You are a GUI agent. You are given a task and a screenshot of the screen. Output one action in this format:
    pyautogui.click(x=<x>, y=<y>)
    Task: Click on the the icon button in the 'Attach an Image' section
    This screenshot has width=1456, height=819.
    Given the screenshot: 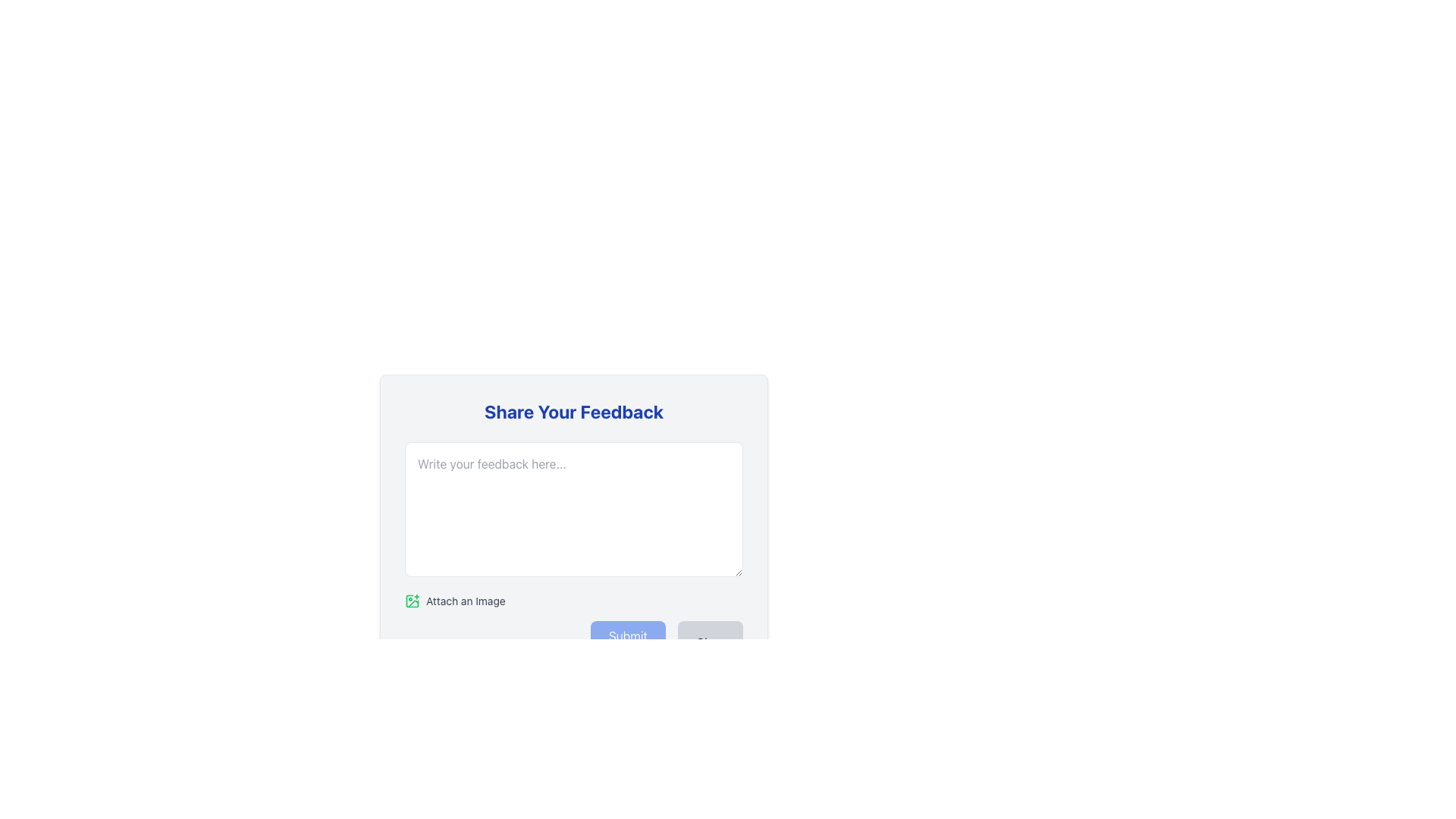 What is the action you would take?
    pyautogui.click(x=412, y=601)
    